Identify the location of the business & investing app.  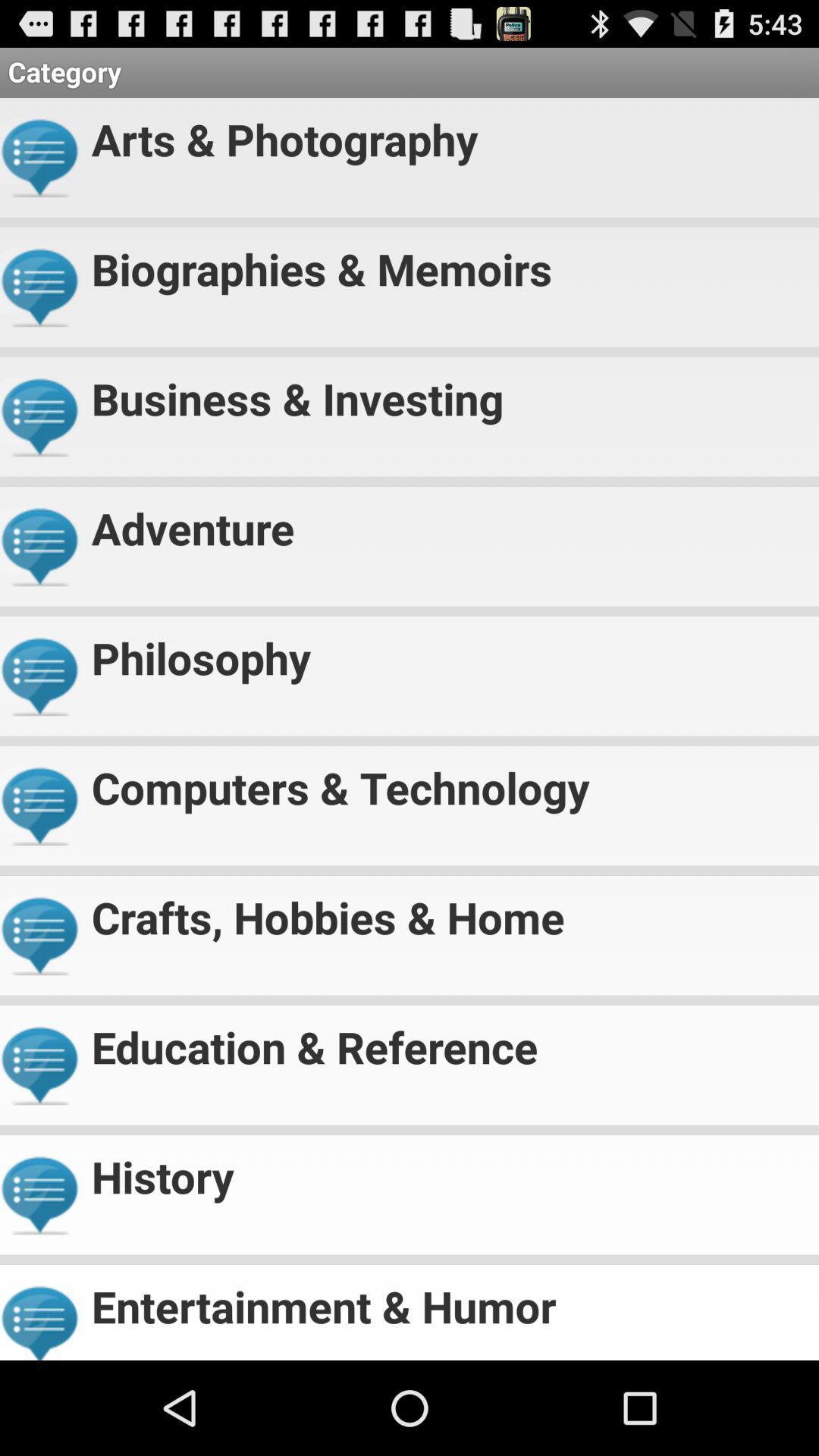
(448, 392).